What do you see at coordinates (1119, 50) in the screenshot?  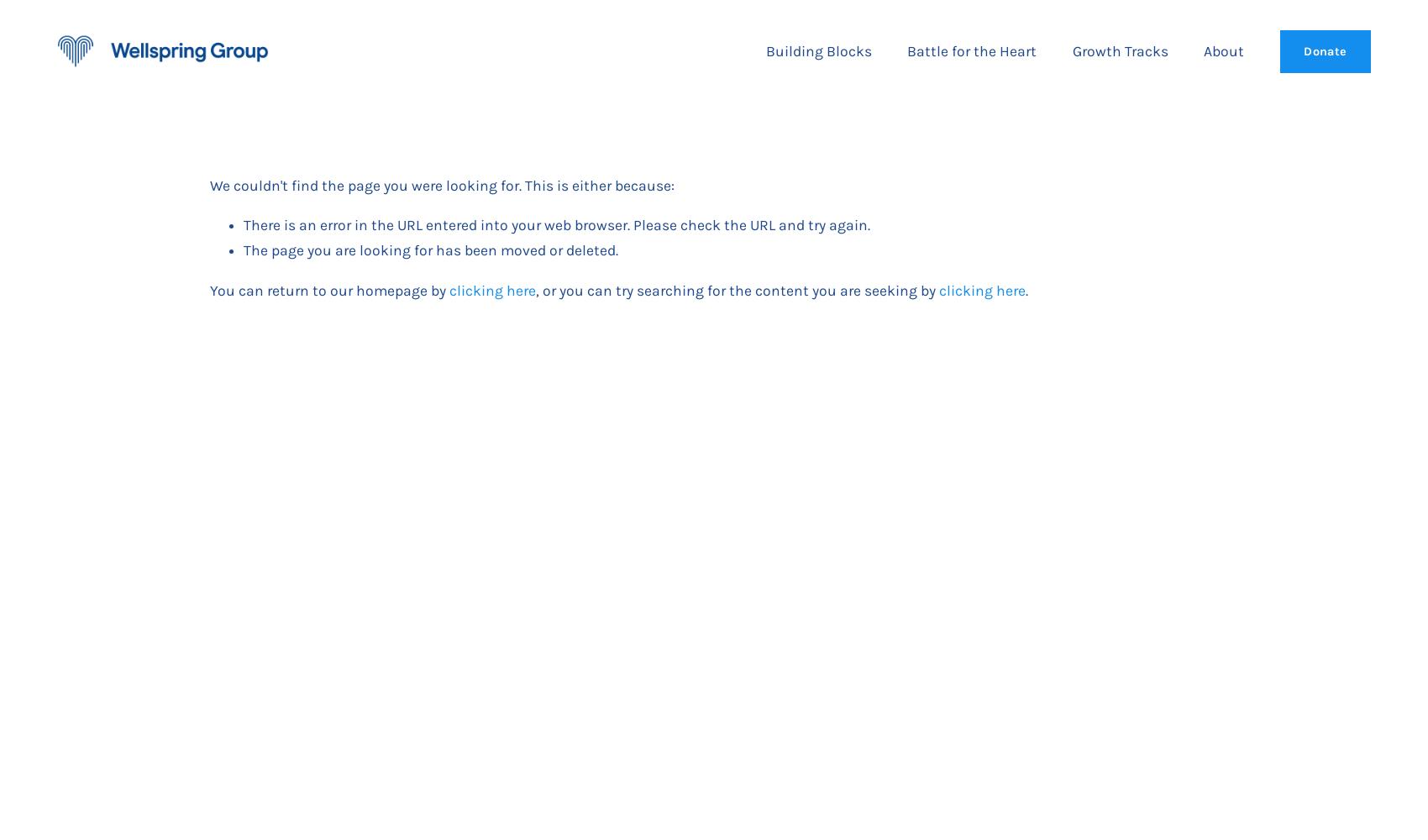 I see `'Growth Tracks'` at bounding box center [1119, 50].